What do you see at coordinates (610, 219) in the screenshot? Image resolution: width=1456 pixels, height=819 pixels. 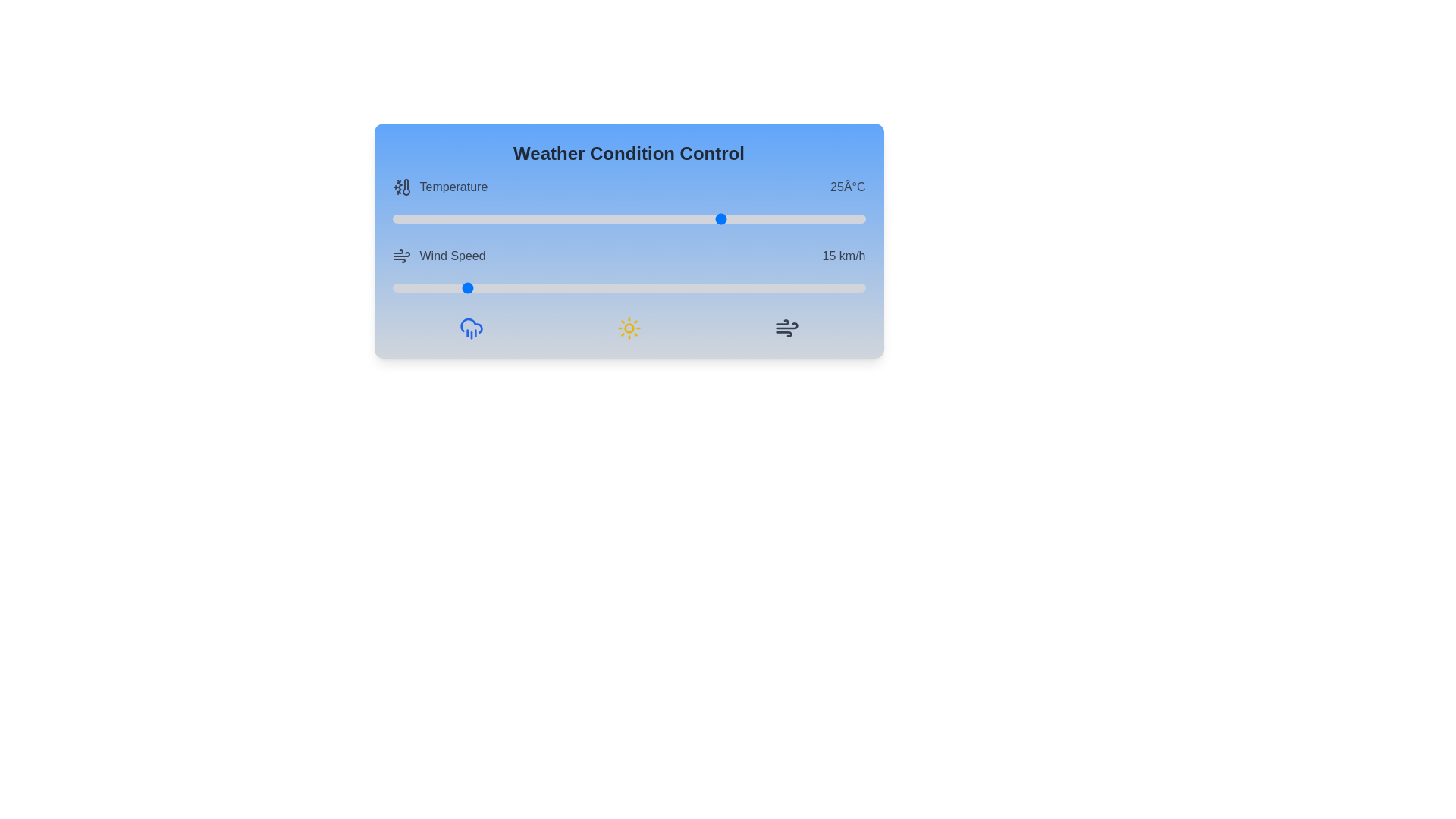 I see `the temperature slider to 13°C` at bounding box center [610, 219].